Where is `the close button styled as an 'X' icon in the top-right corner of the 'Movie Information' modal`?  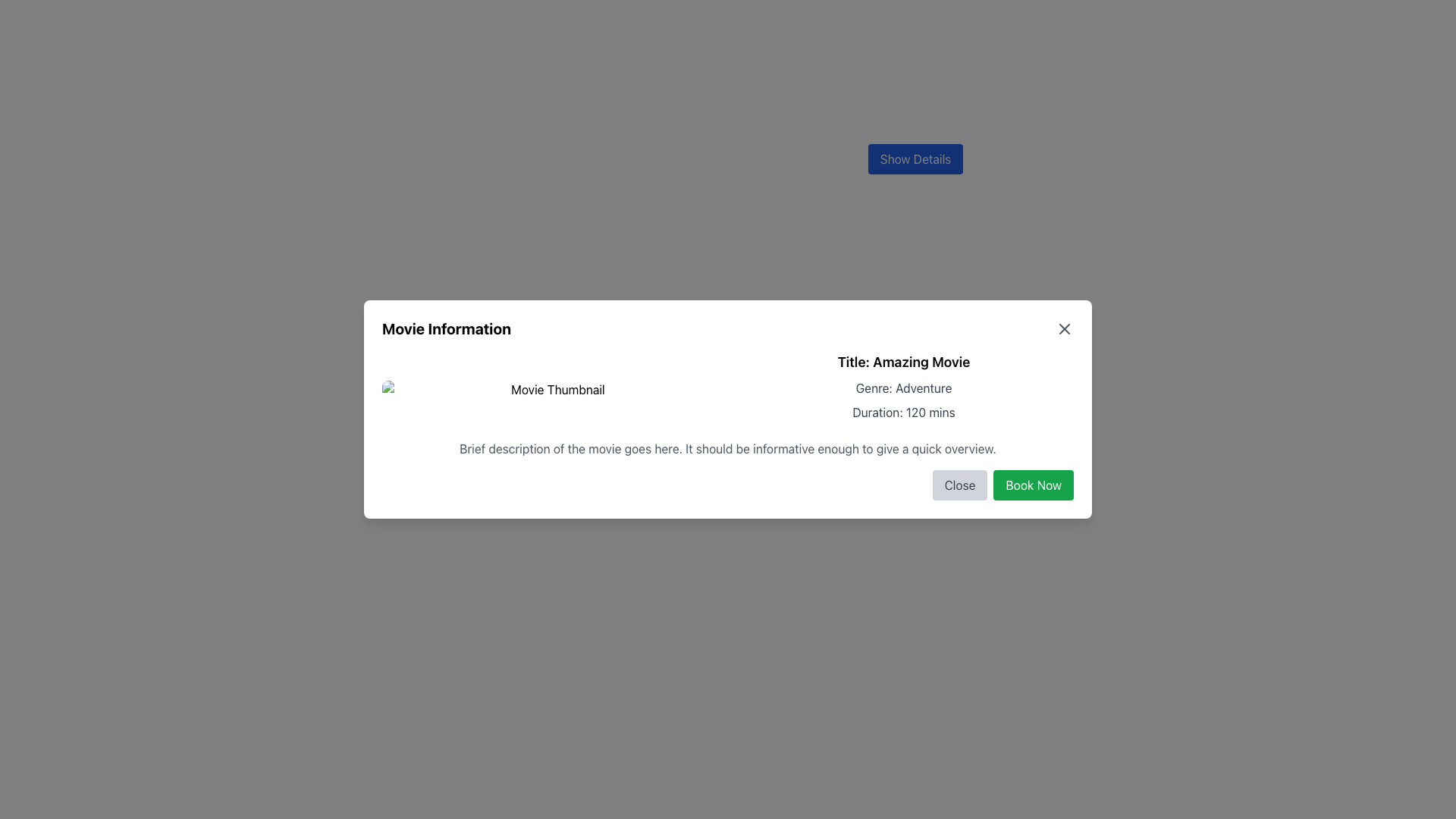 the close button styled as an 'X' icon in the top-right corner of the 'Movie Information' modal is located at coordinates (1063, 328).